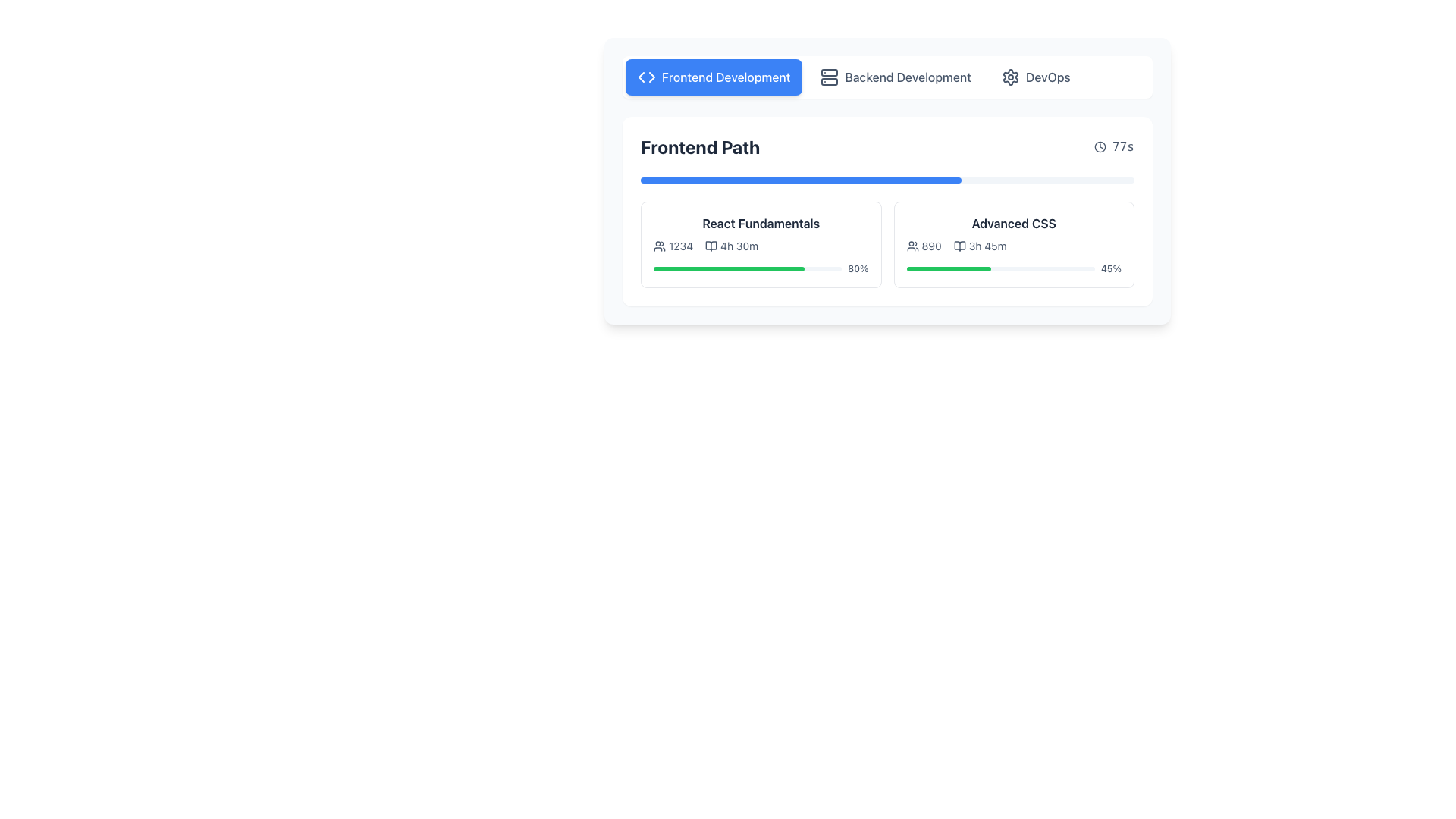  I want to click on the progress indicator displayed as a green progress bar with a percentage label of '45%' located at the bottom part of the 'Advanced CSS' card, so click(1014, 268).